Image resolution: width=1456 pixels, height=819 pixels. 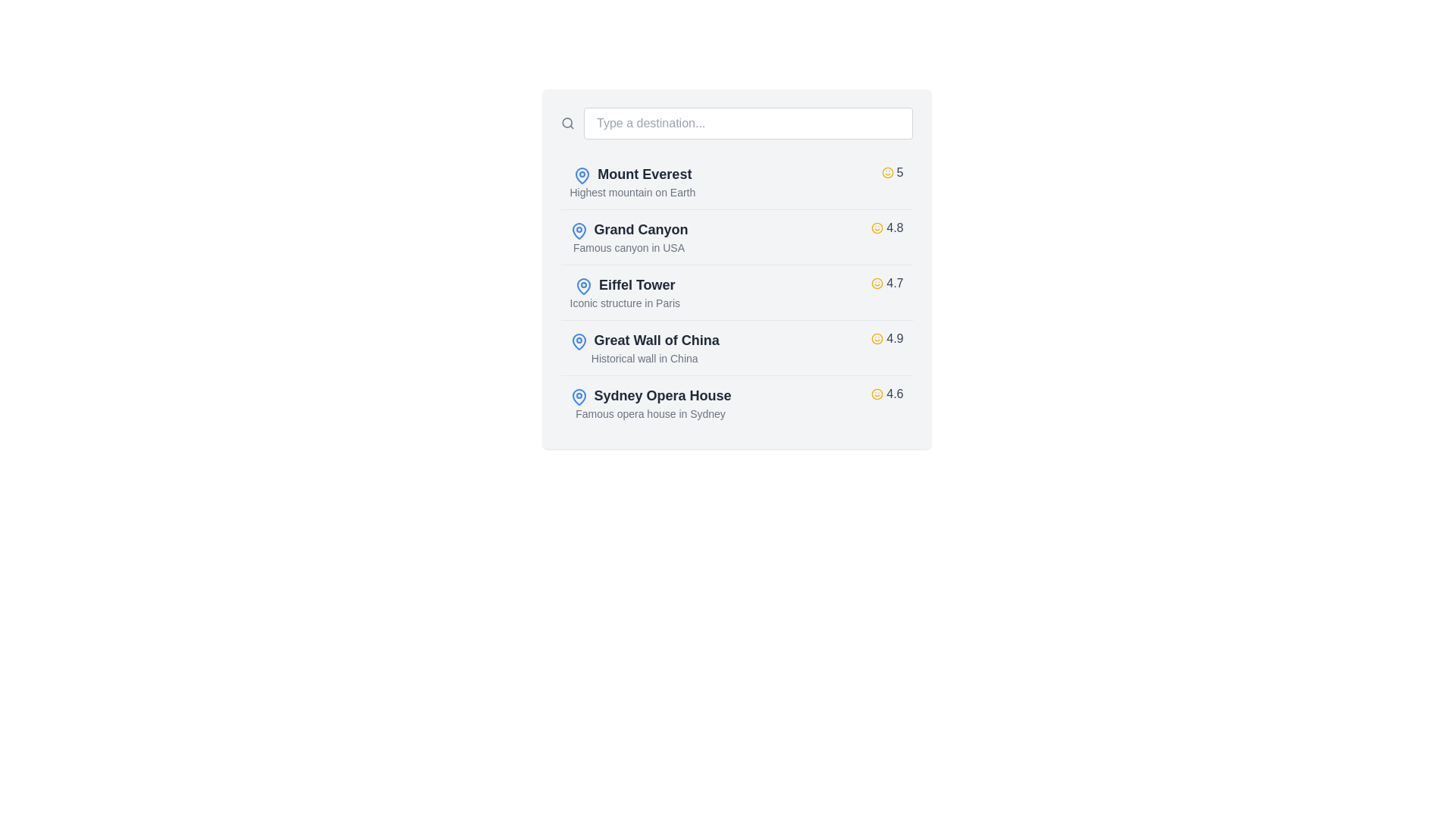 What do you see at coordinates (582, 174) in the screenshot?
I see `the blue map pin icon, which is the first icon in the list of destinations, located to the left of the text 'Mount Everest'` at bounding box center [582, 174].